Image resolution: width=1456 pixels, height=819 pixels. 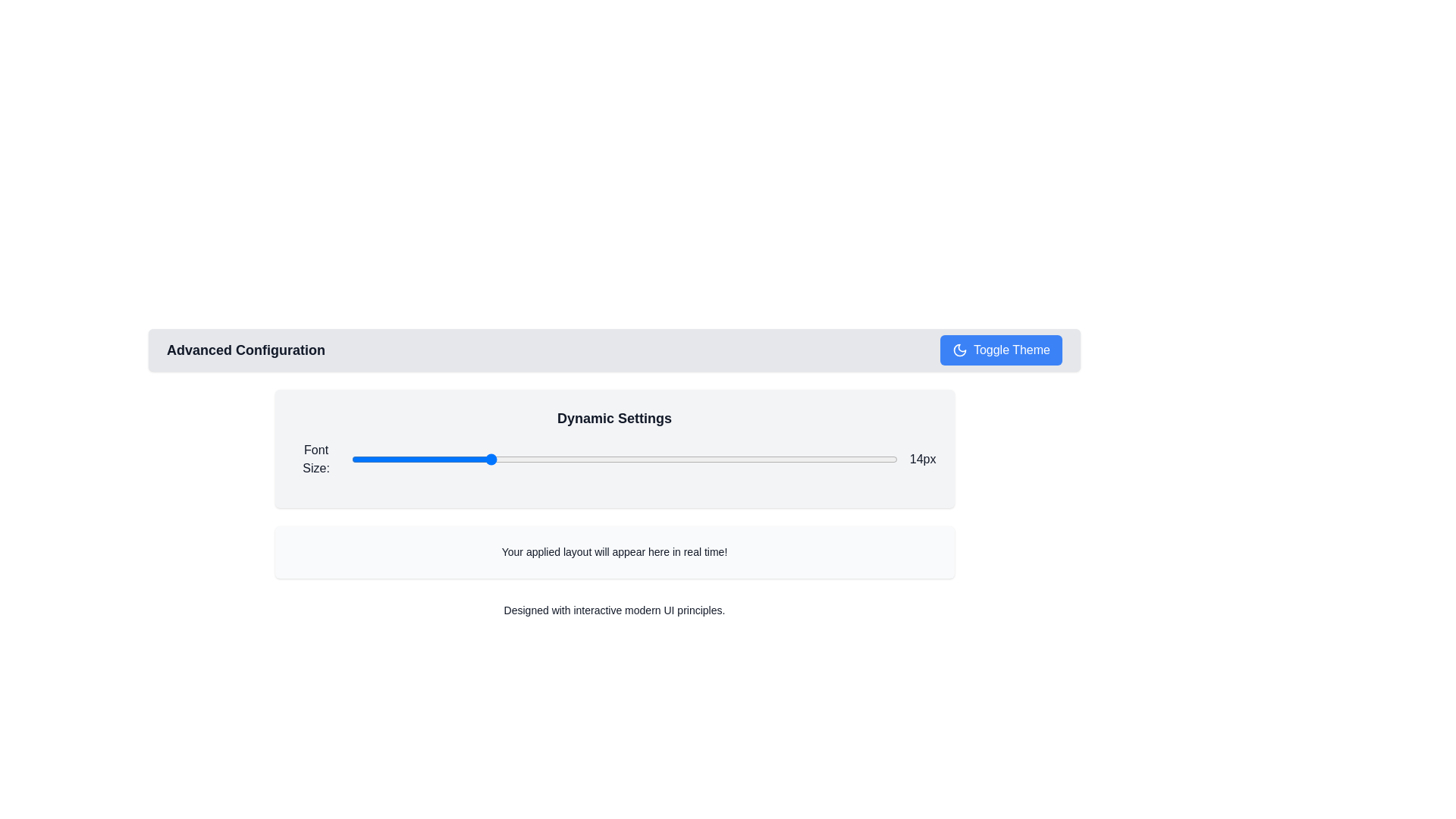 What do you see at coordinates (624, 458) in the screenshot?
I see `the font size` at bounding box center [624, 458].